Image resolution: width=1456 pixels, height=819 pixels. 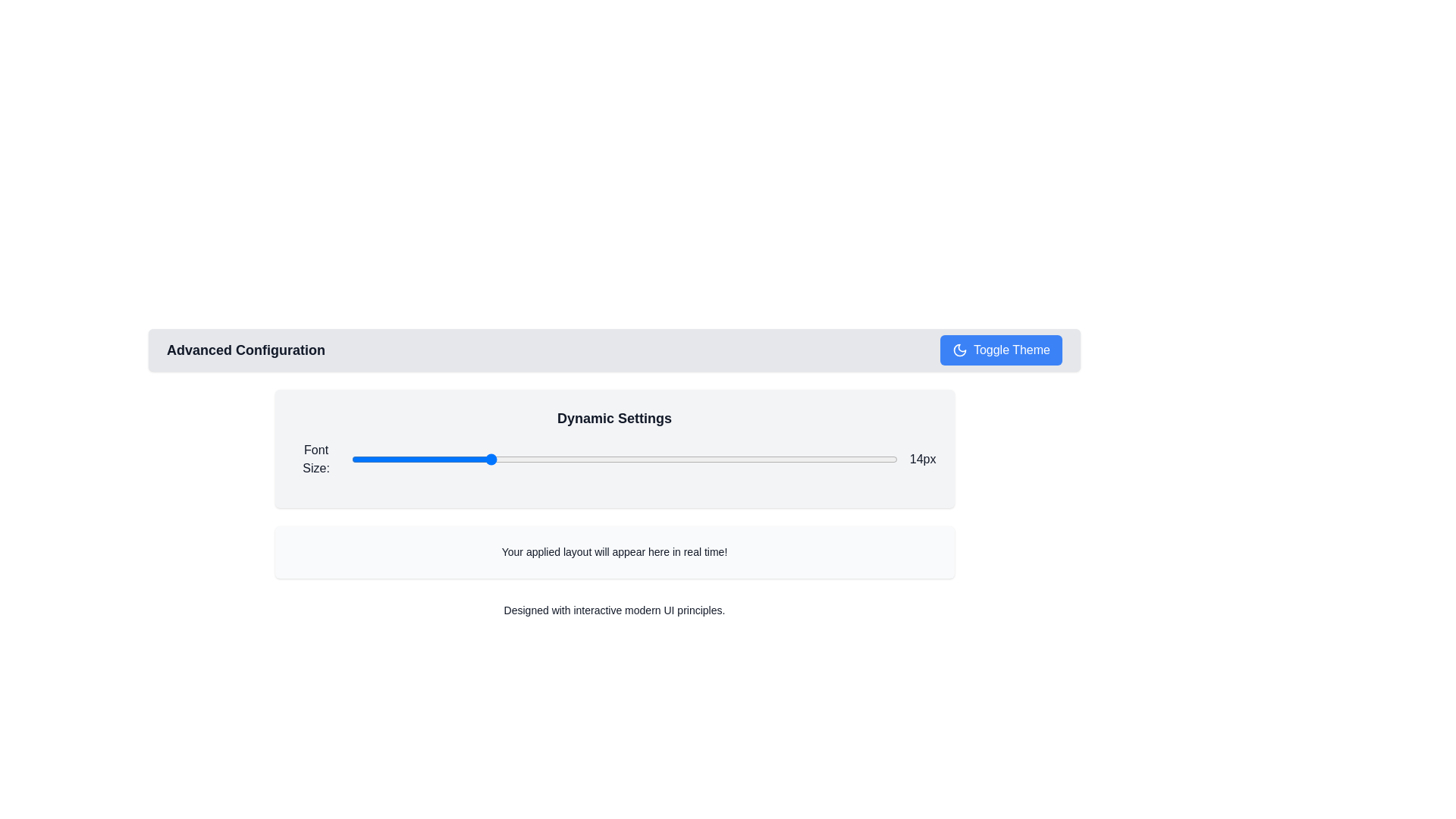 What do you see at coordinates (624, 458) in the screenshot?
I see `the font size` at bounding box center [624, 458].